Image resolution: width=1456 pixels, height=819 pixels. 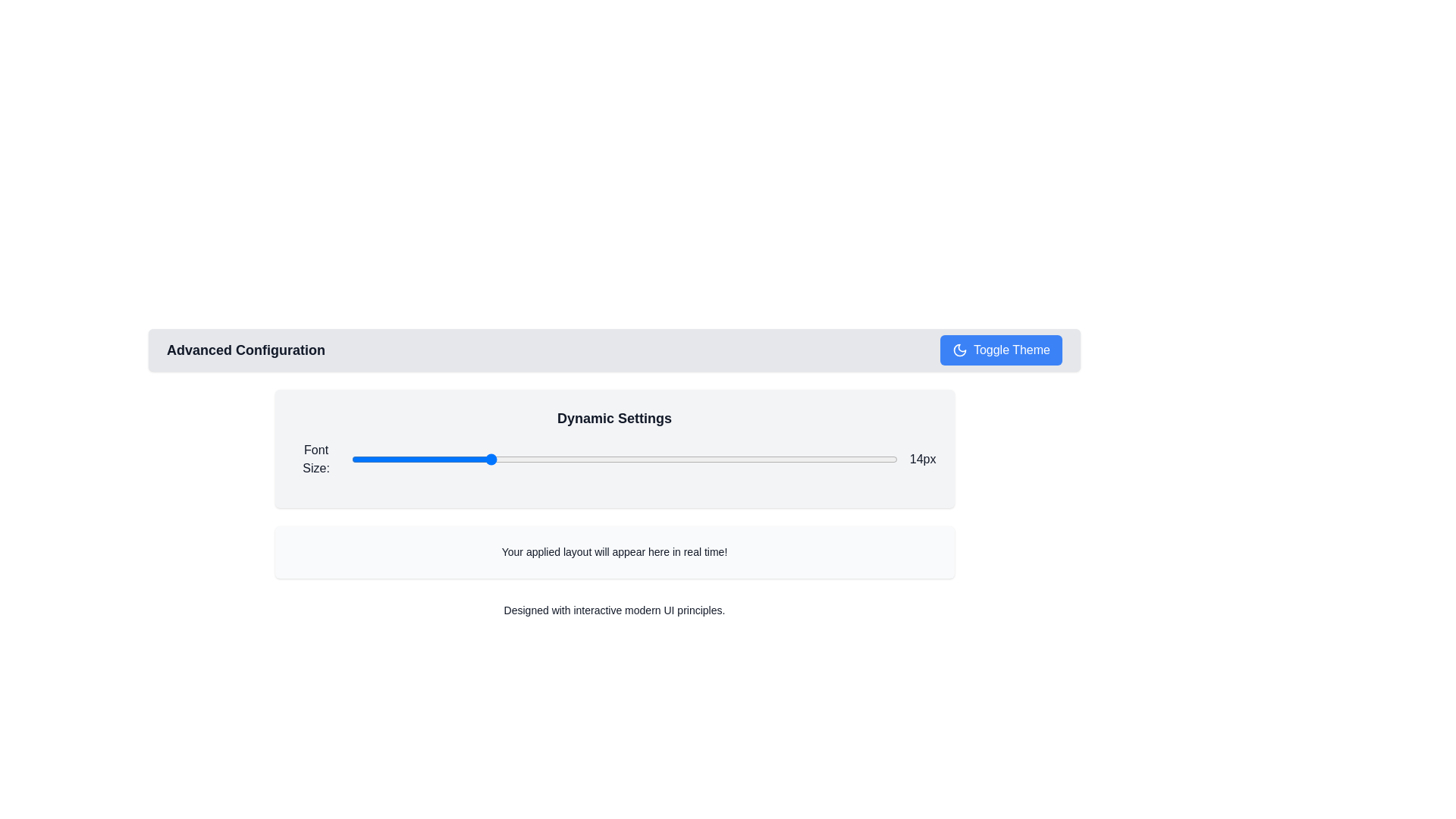 What do you see at coordinates (624, 458) in the screenshot?
I see `the font size` at bounding box center [624, 458].